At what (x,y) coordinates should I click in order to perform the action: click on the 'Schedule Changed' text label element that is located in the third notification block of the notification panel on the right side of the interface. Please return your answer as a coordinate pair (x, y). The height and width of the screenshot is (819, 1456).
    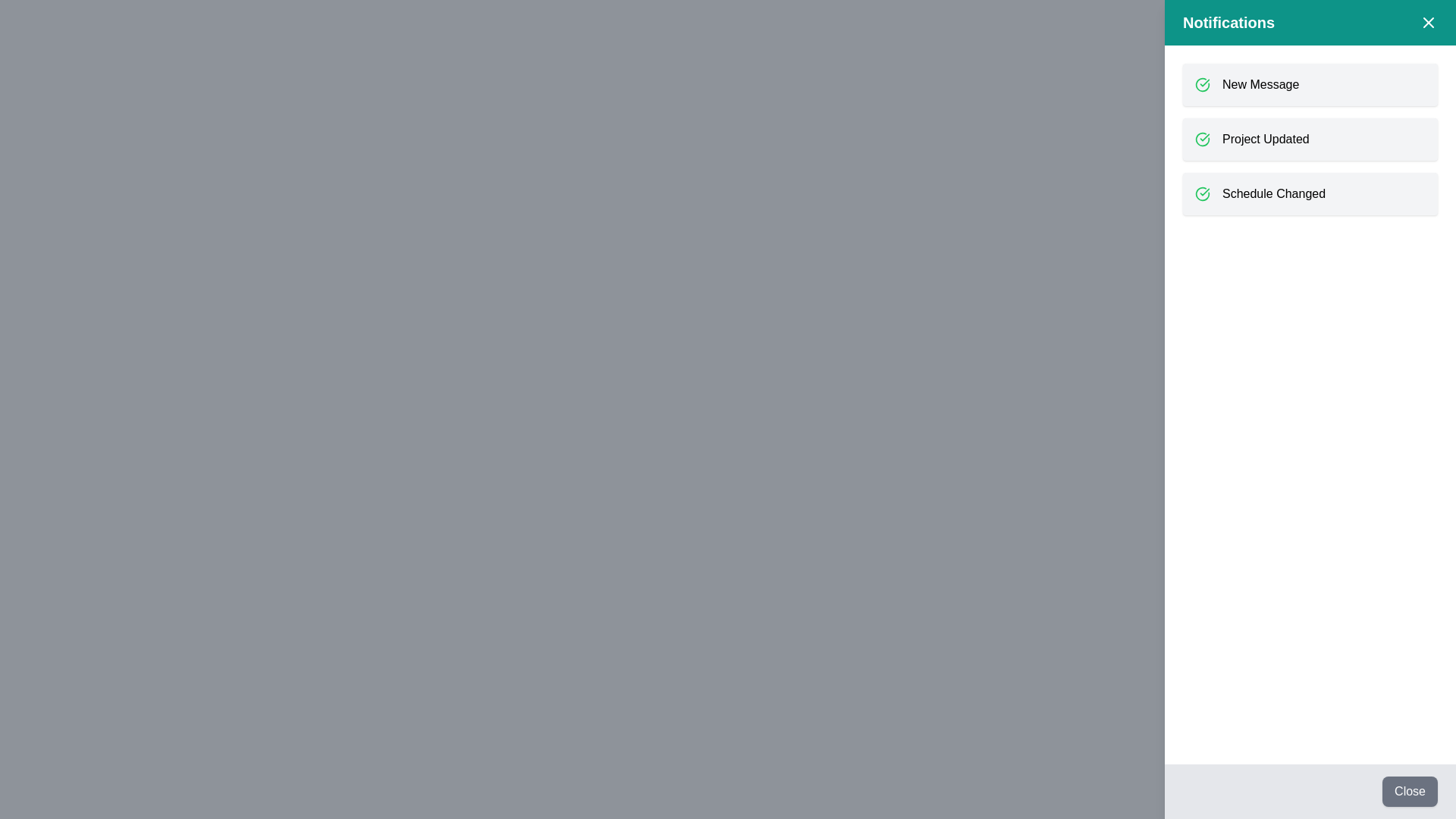
    Looking at the image, I should click on (1274, 193).